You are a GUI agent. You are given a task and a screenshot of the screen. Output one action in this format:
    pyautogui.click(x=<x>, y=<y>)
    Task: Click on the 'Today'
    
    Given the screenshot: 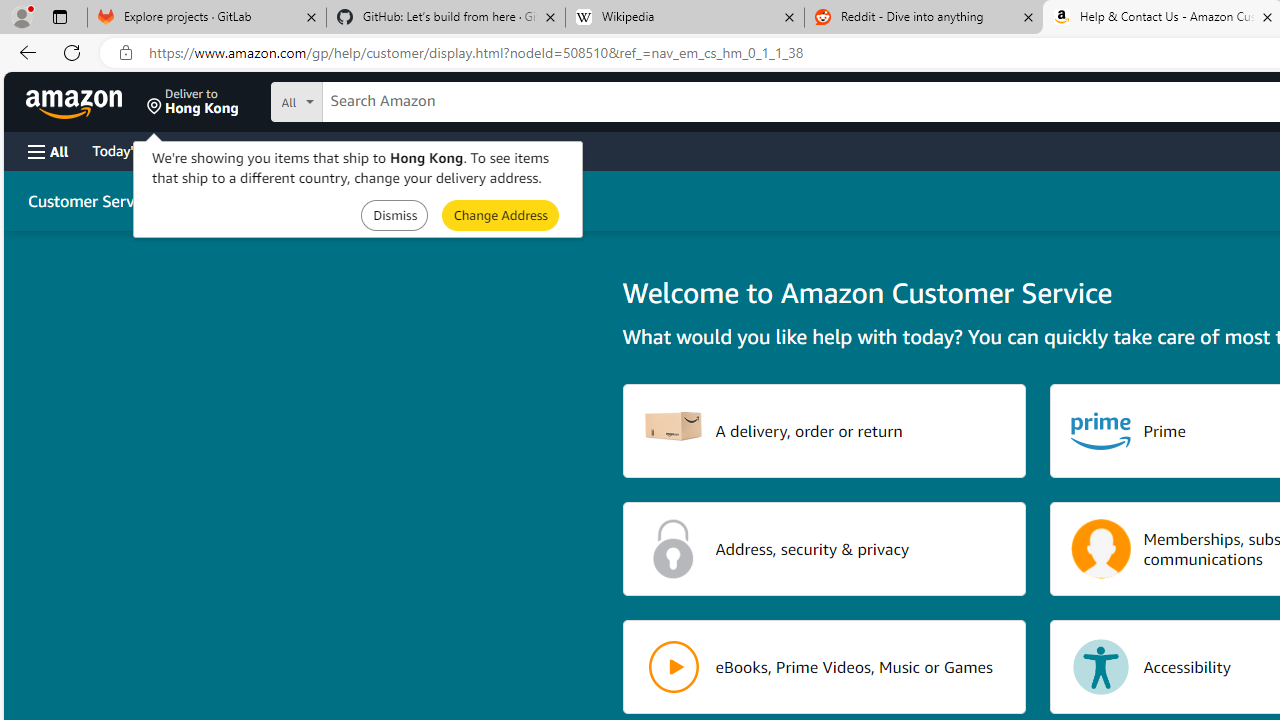 What is the action you would take?
    pyautogui.click(x=133, y=149)
    